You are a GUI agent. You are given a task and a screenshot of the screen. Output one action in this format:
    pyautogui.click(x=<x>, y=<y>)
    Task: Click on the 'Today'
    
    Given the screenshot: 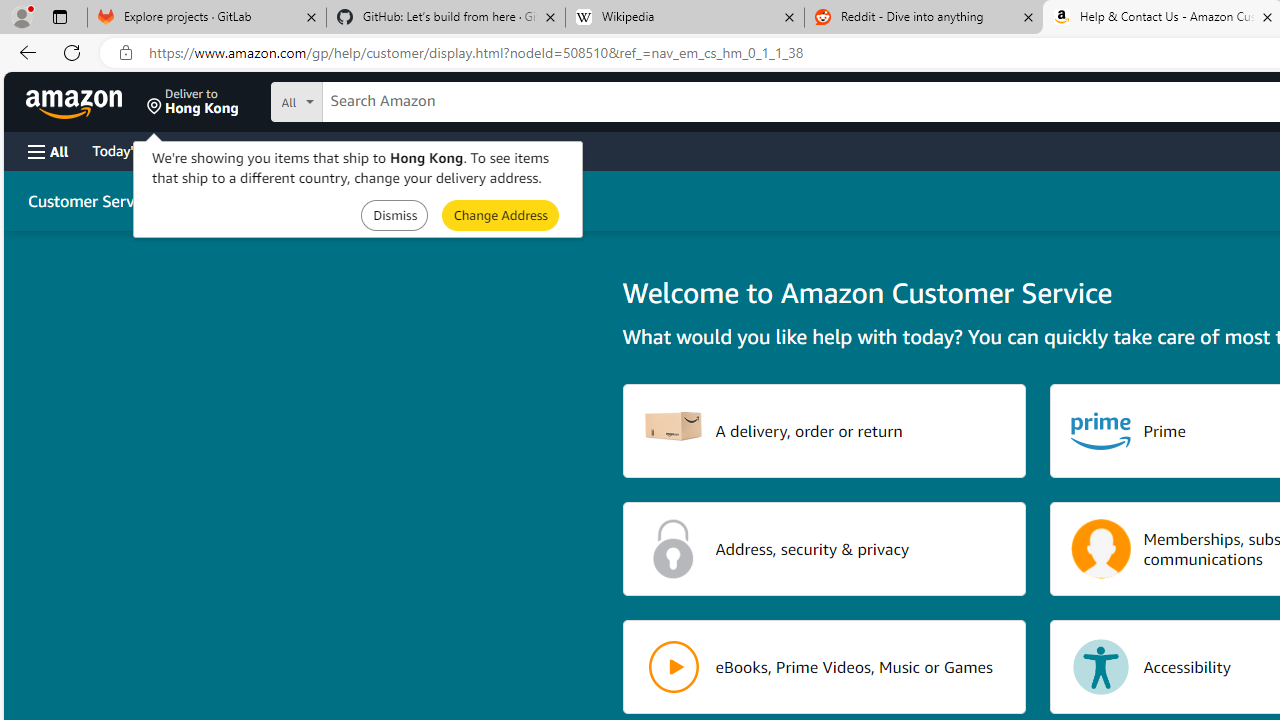 What is the action you would take?
    pyautogui.click(x=133, y=149)
    